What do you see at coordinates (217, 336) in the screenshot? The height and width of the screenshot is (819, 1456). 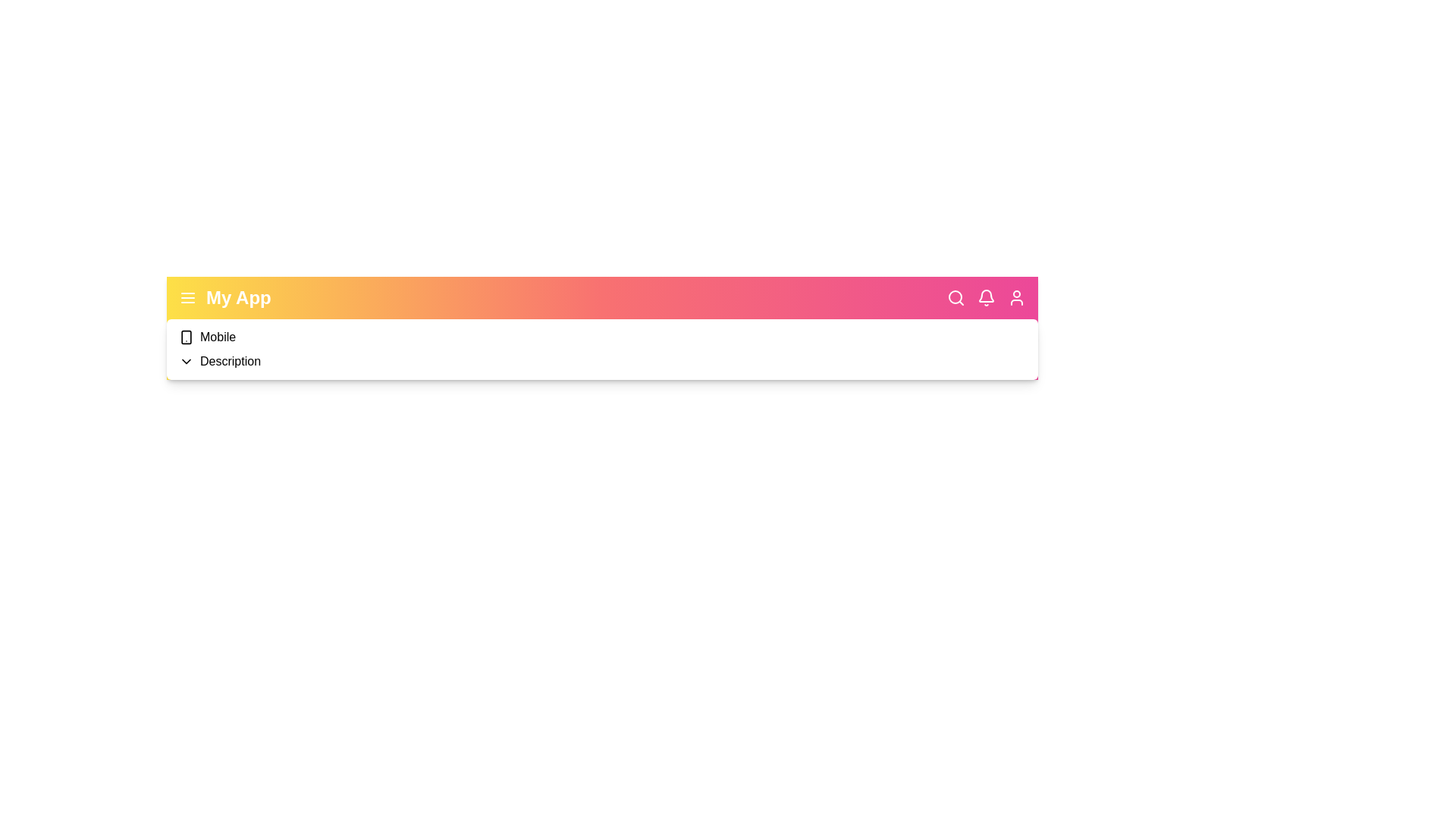 I see `the 'Mobile' dropdown item` at bounding box center [217, 336].